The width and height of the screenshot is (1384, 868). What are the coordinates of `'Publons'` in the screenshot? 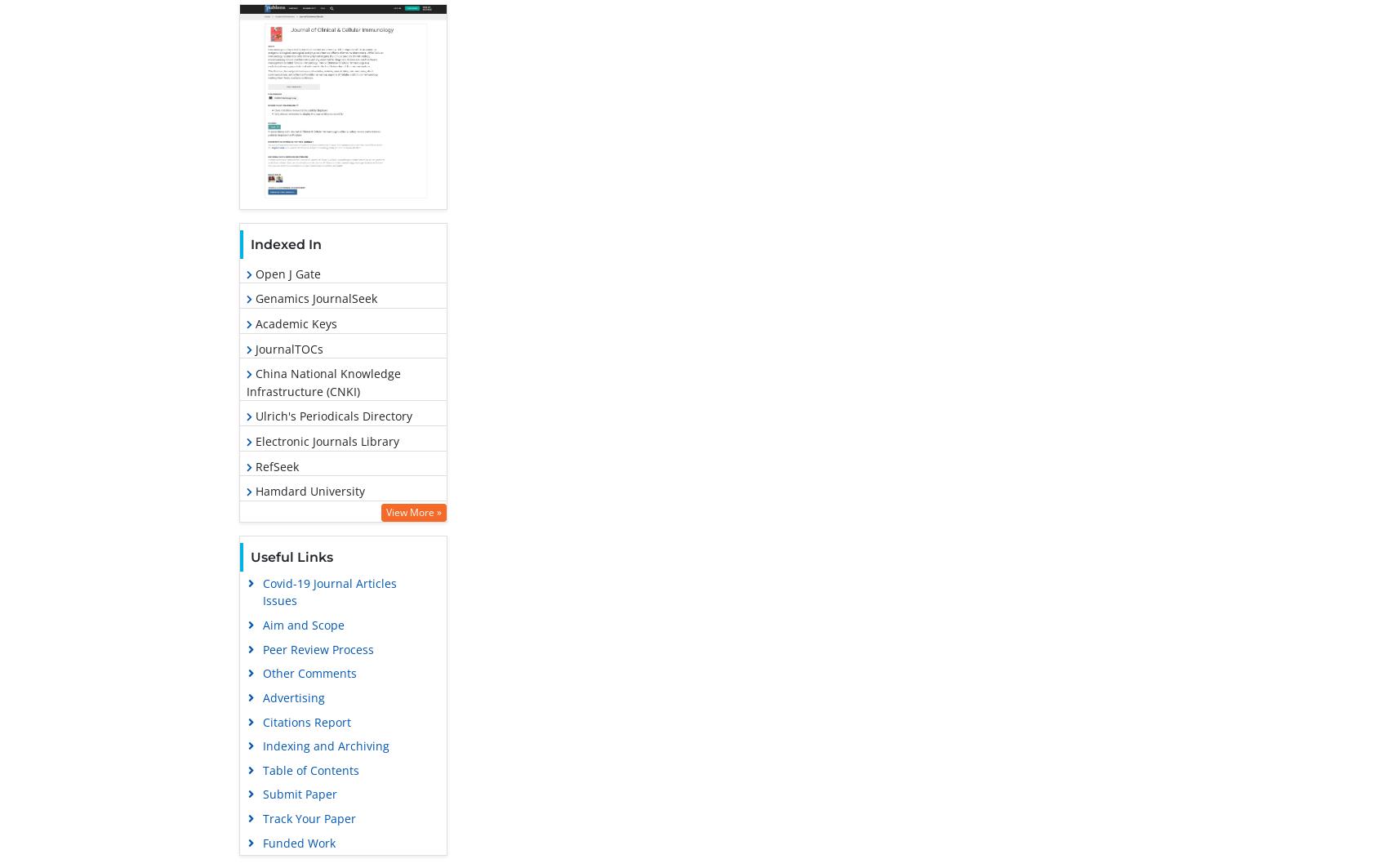 It's located at (274, 615).